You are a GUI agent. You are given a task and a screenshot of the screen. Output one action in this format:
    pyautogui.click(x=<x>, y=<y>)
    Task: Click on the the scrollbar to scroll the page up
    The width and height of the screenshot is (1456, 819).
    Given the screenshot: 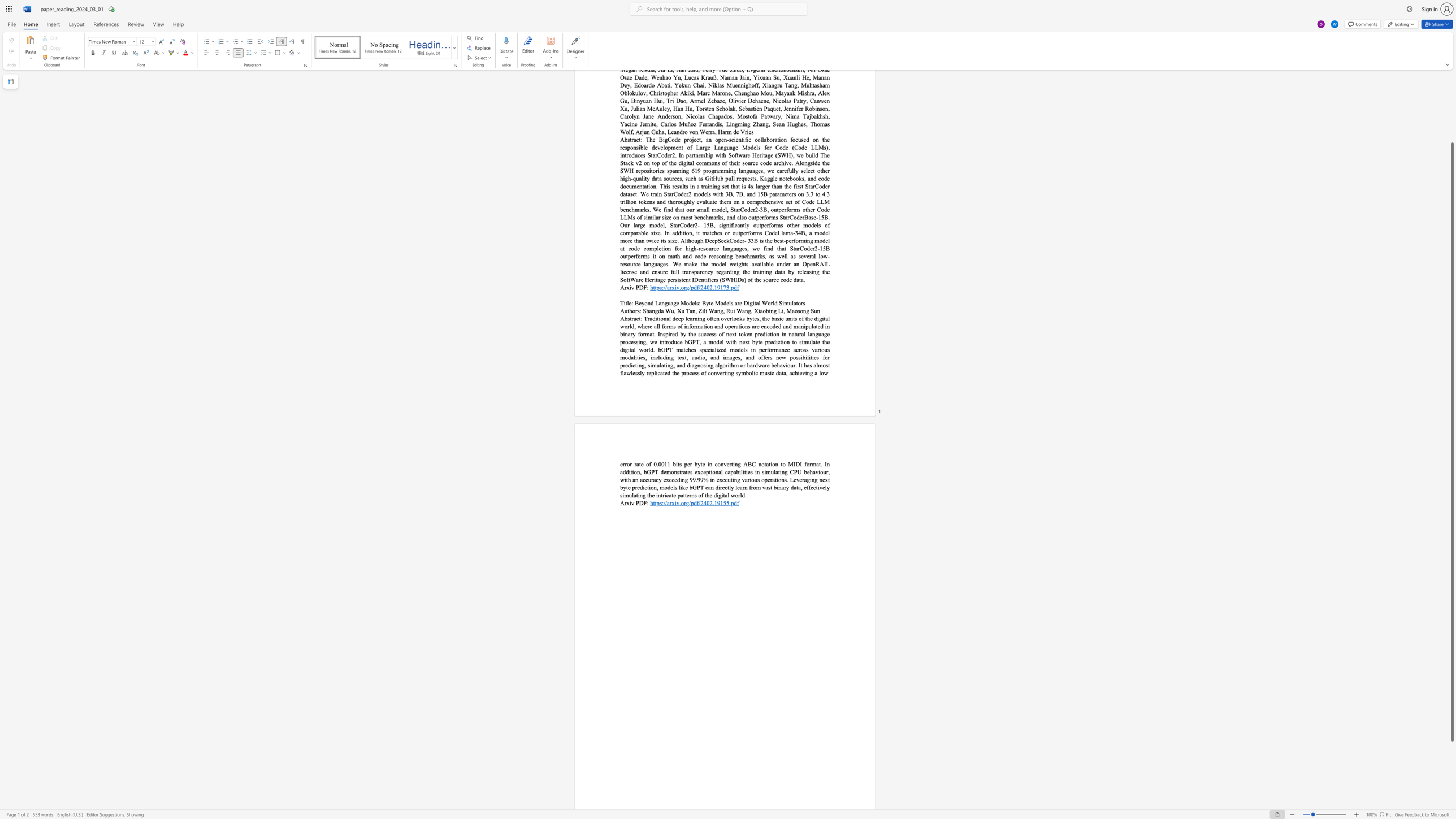 What is the action you would take?
    pyautogui.click(x=1451, y=109)
    